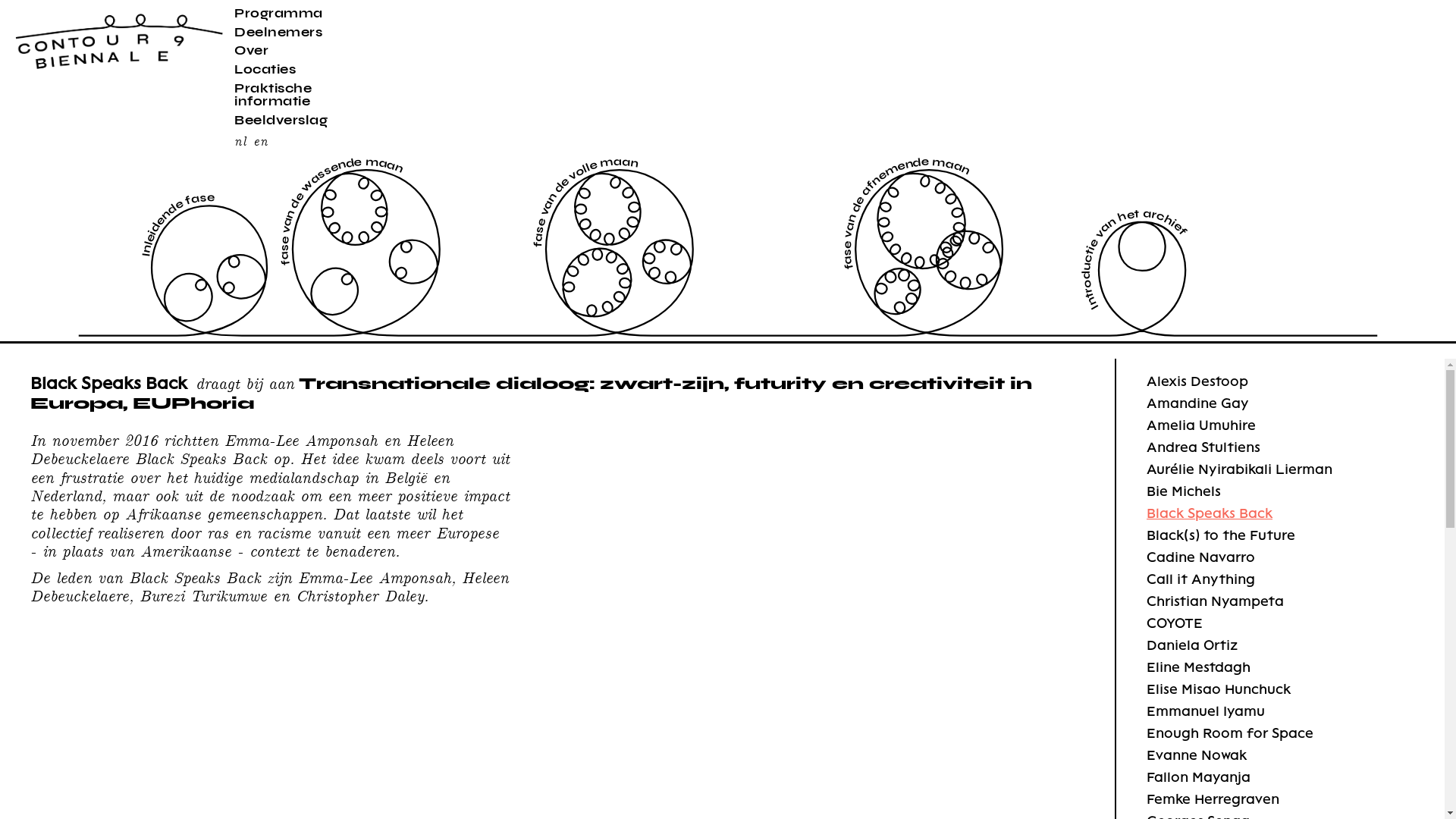  What do you see at coordinates (281, 119) in the screenshot?
I see `'Beeldverslag'` at bounding box center [281, 119].